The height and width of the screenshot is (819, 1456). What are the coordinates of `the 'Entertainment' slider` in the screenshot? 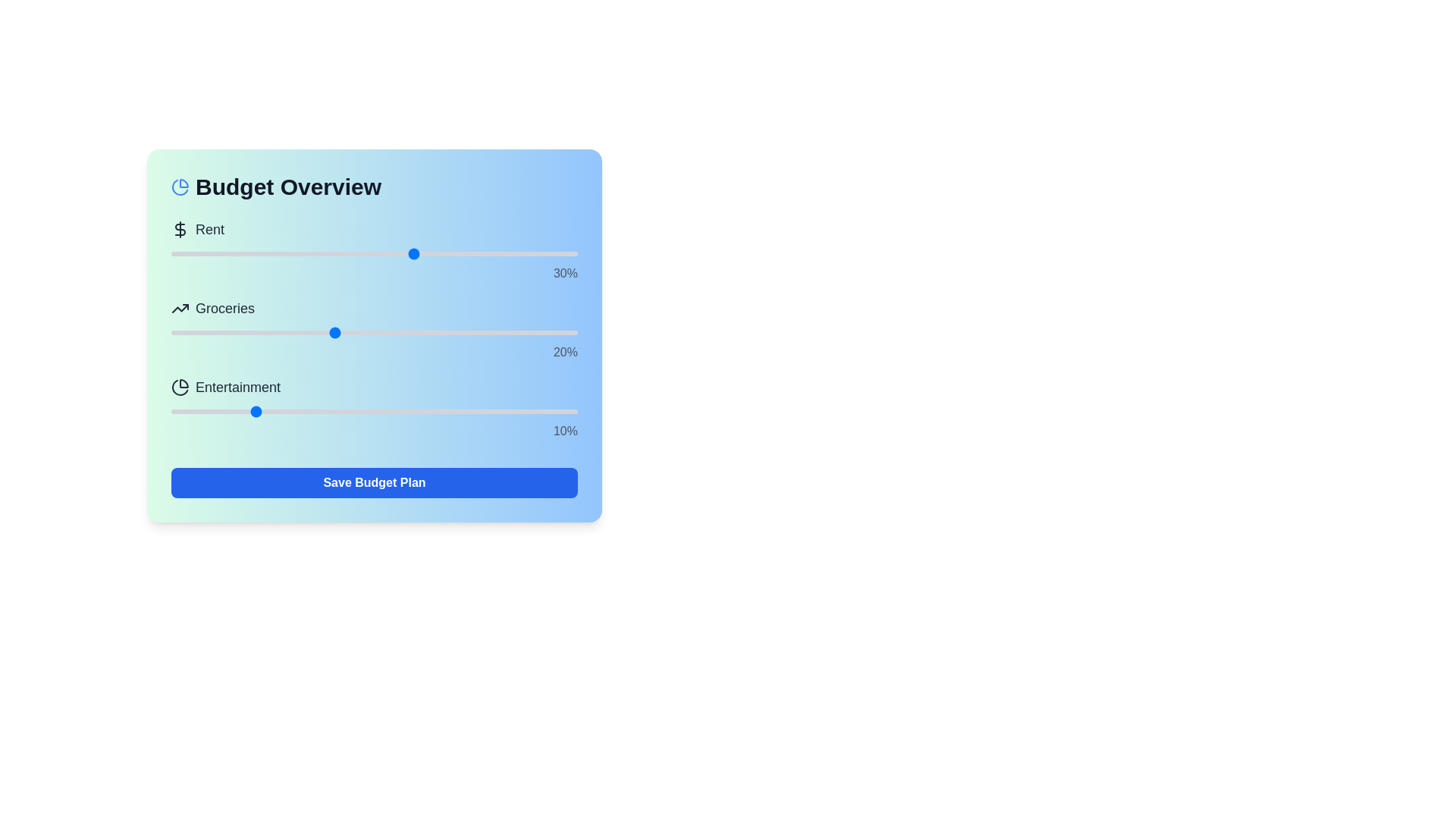 It's located at (253, 412).